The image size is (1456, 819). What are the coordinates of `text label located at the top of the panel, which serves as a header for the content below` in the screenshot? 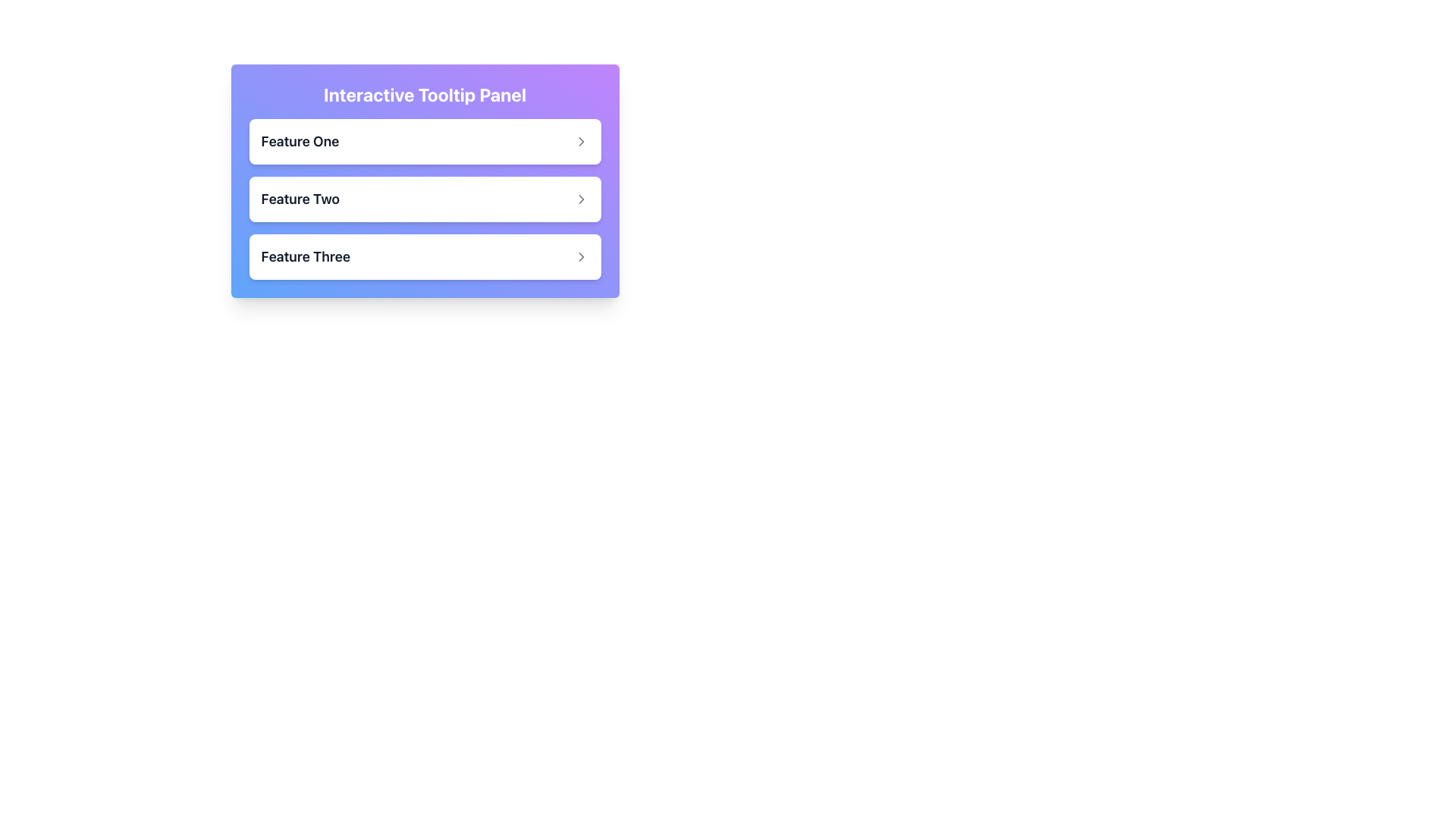 It's located at (425, 94).